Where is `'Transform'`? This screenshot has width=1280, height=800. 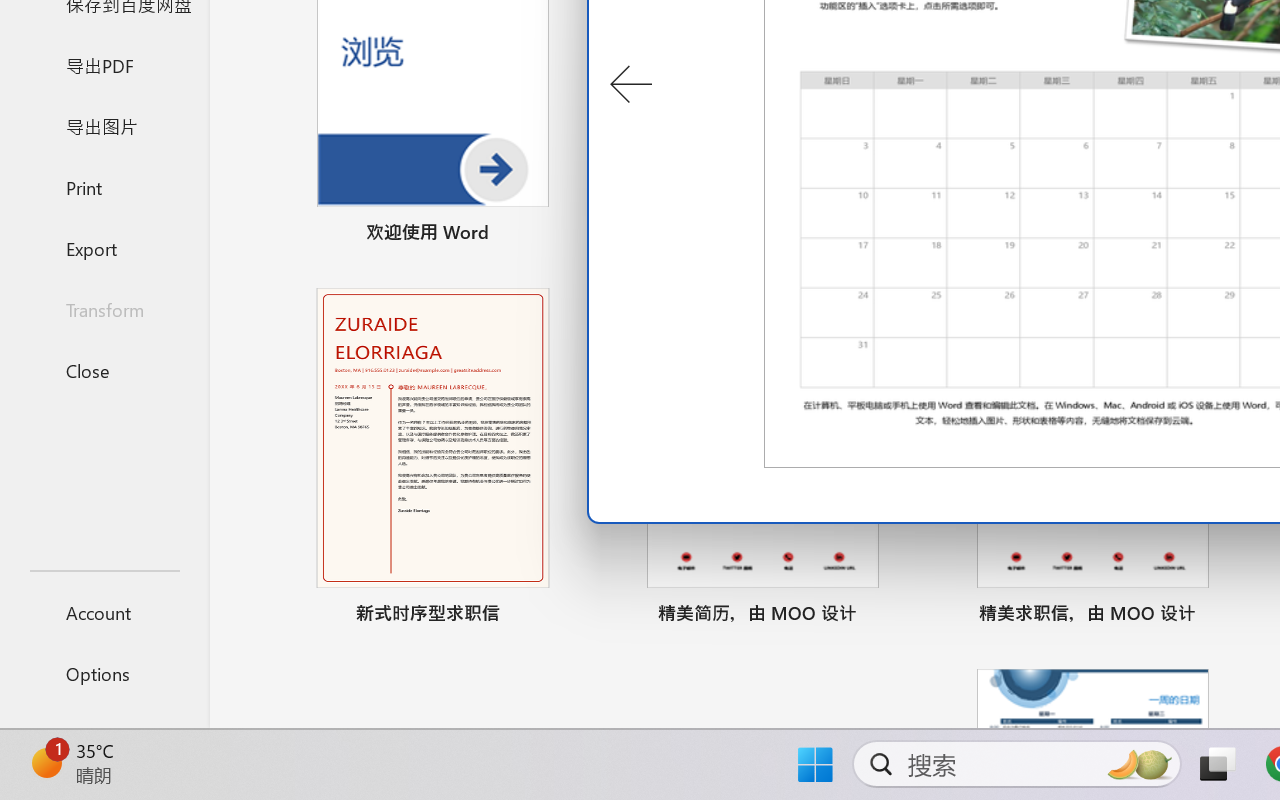
'Transform' is located at coordinates (103, 308).